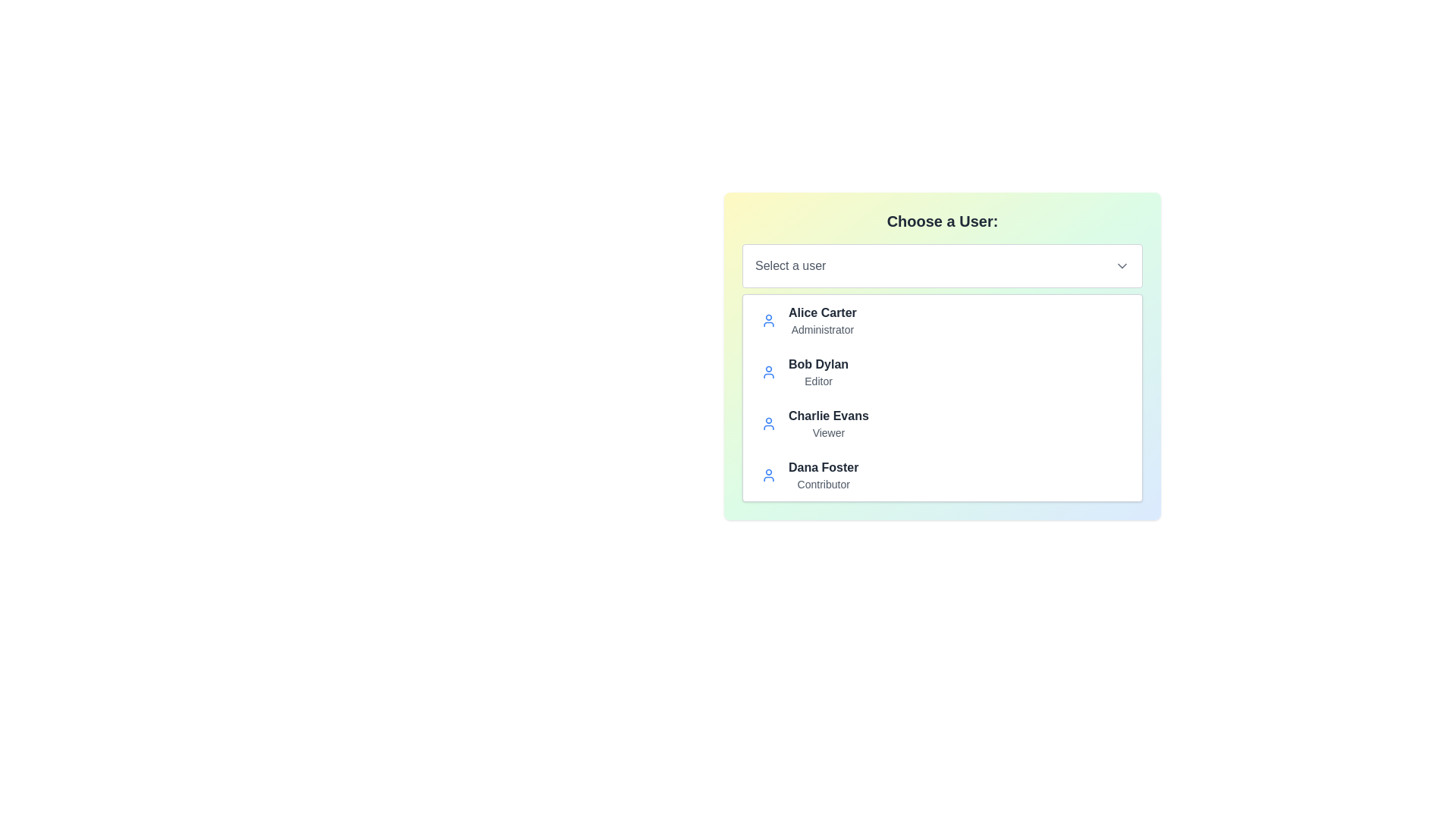  What do you see at coordinates (942, 372) in the screenshot?
I see `the user list item featuring 'Bob Dylan' with the role 'Editor'` at bounding box center [942, 372].